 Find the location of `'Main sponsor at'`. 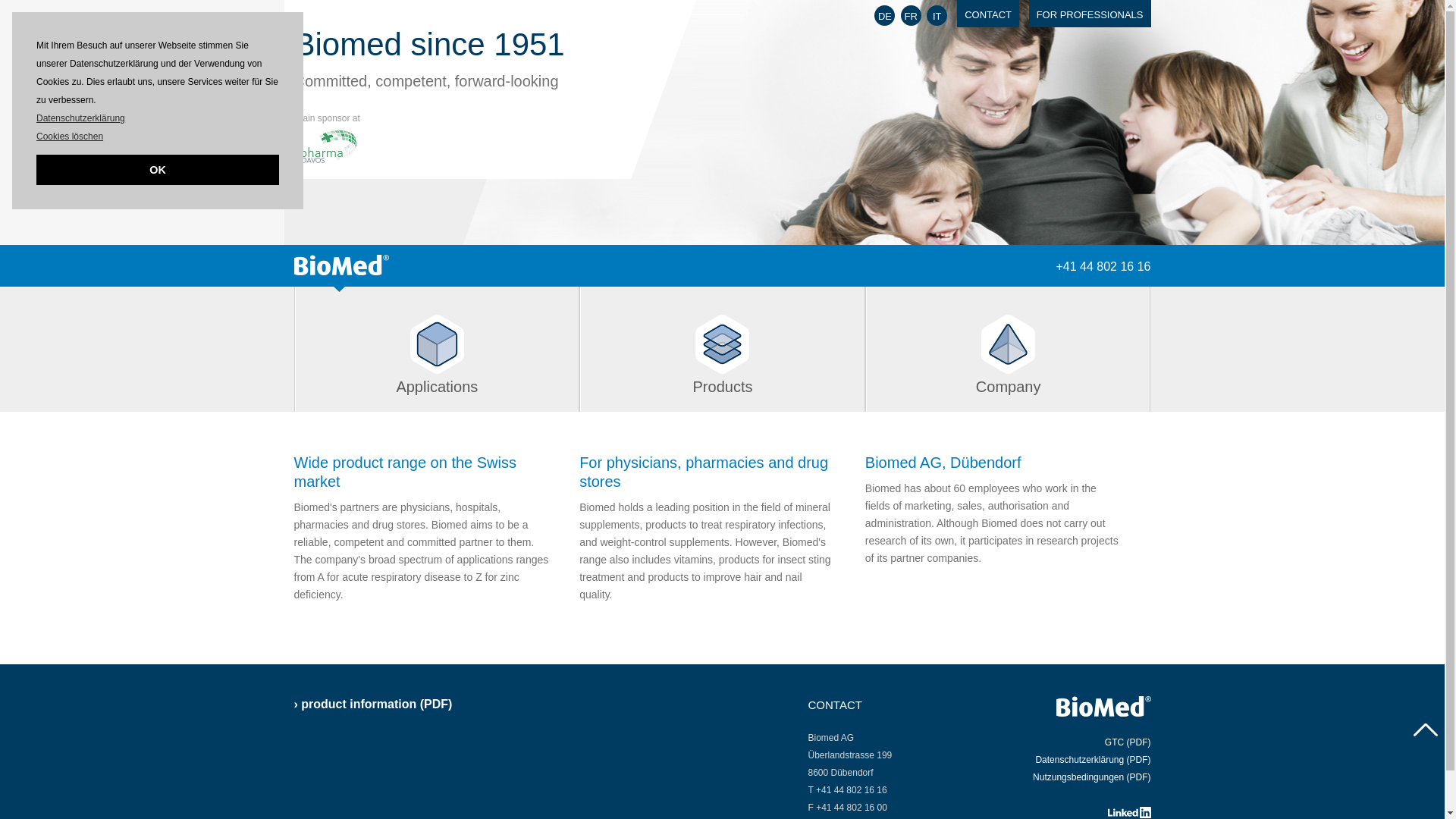

'Main sponsor at' is located at coordinates (327, 130).